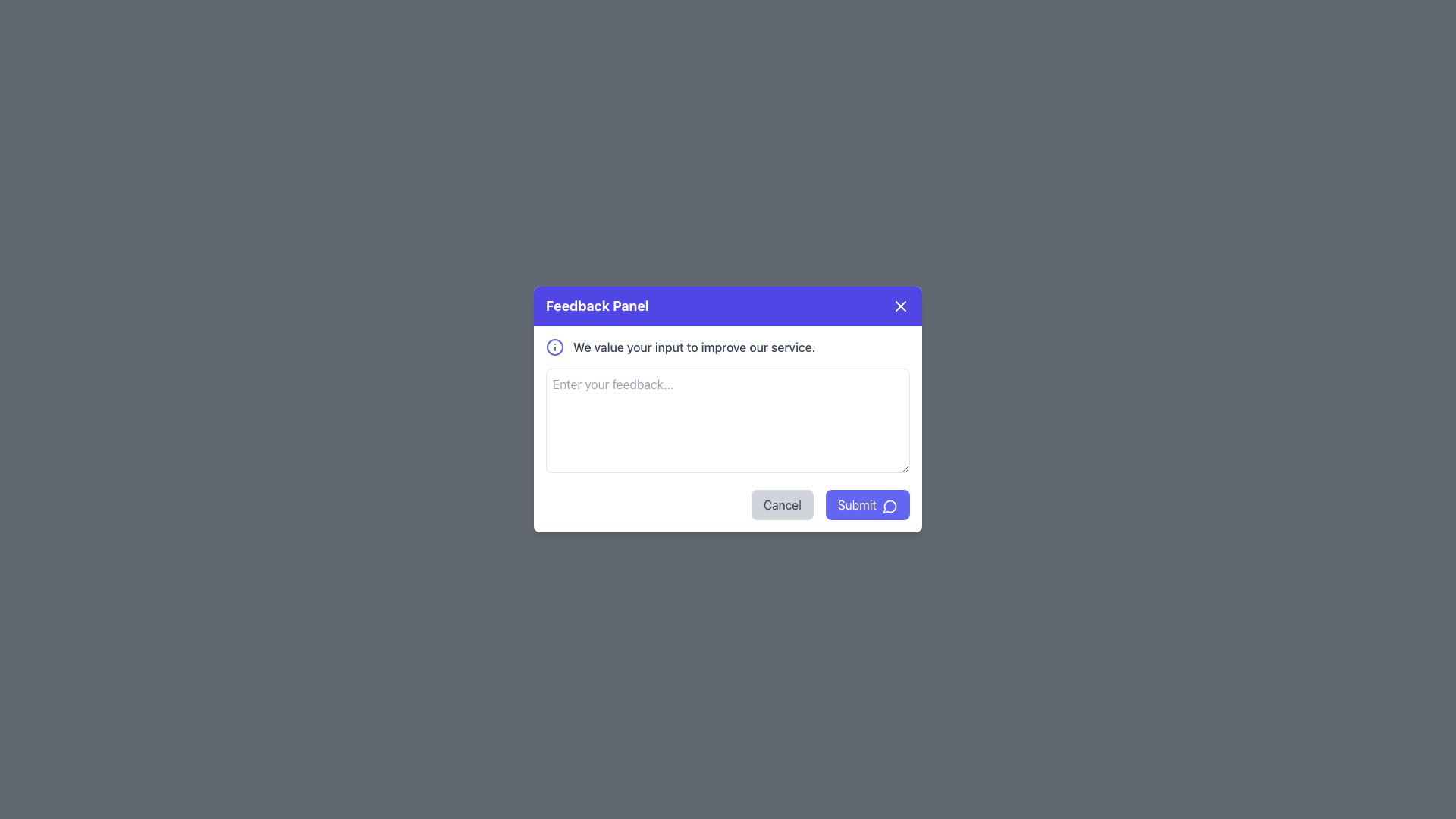 The image size is (1456, 819). I want to click on the close icon button located in the top right corner of the 'Feedback Panel', so click(901, 306).